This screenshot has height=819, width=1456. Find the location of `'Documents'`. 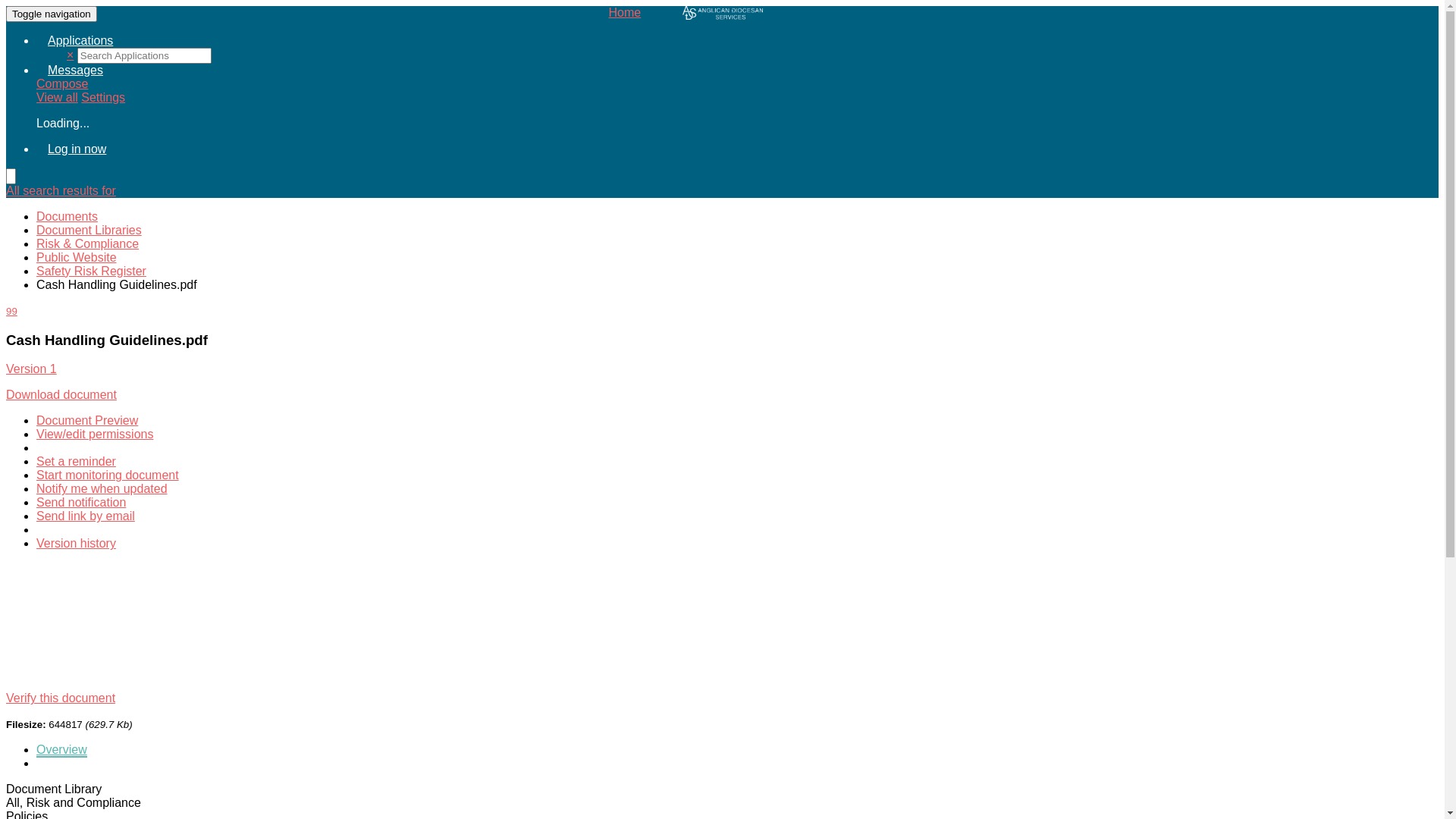

'Documents' is located at coordinates (66, 216).